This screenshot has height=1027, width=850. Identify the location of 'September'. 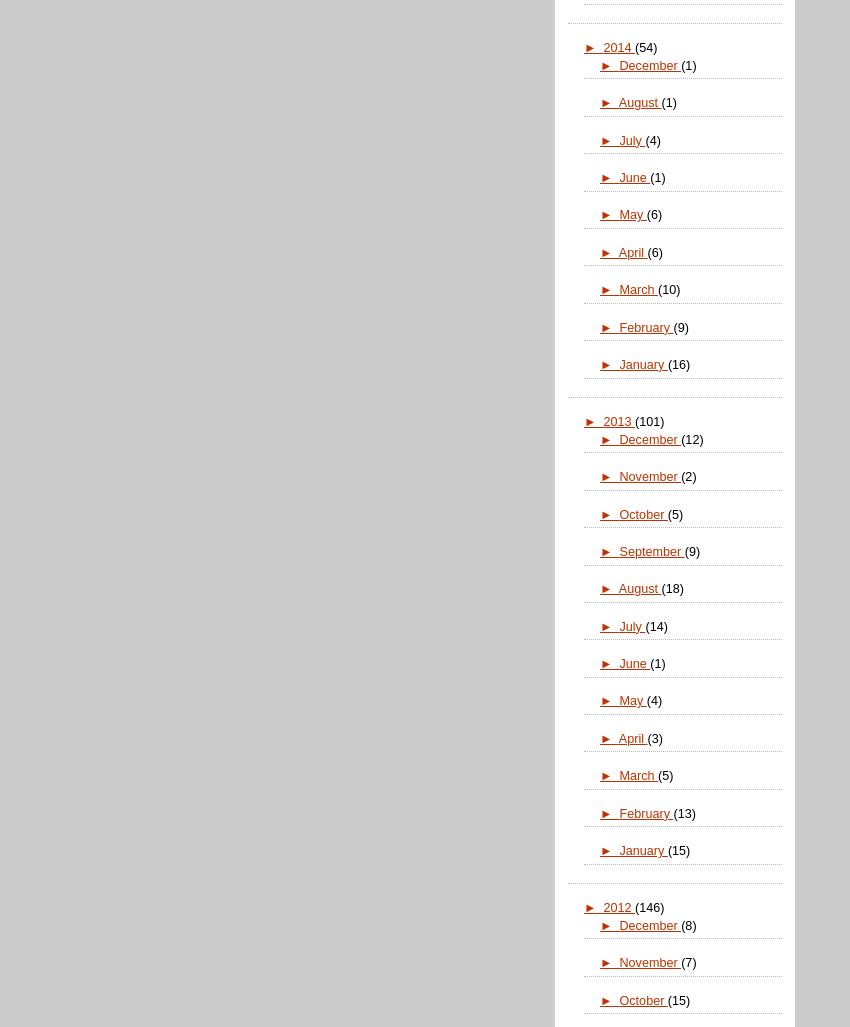
(651, 549).